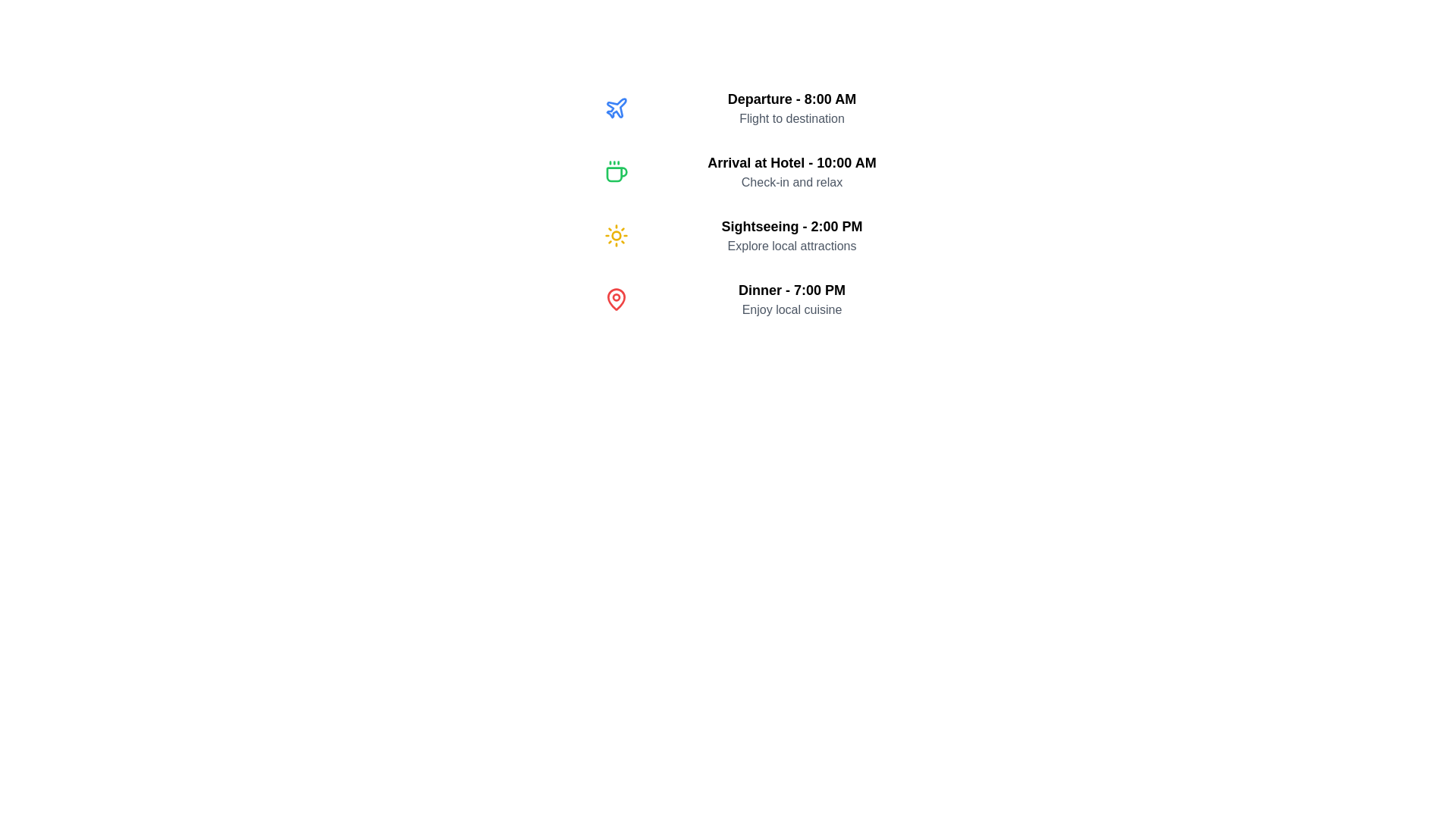 This screenshot has height=819, width=1456. What do you see at coordinates (616, 107) in the screenshot?
I see `the airplane icon represented by an SVG graphic, which is located to the left of the text 'Departure - 8:00 AM'` at bounding box center [616, 107].